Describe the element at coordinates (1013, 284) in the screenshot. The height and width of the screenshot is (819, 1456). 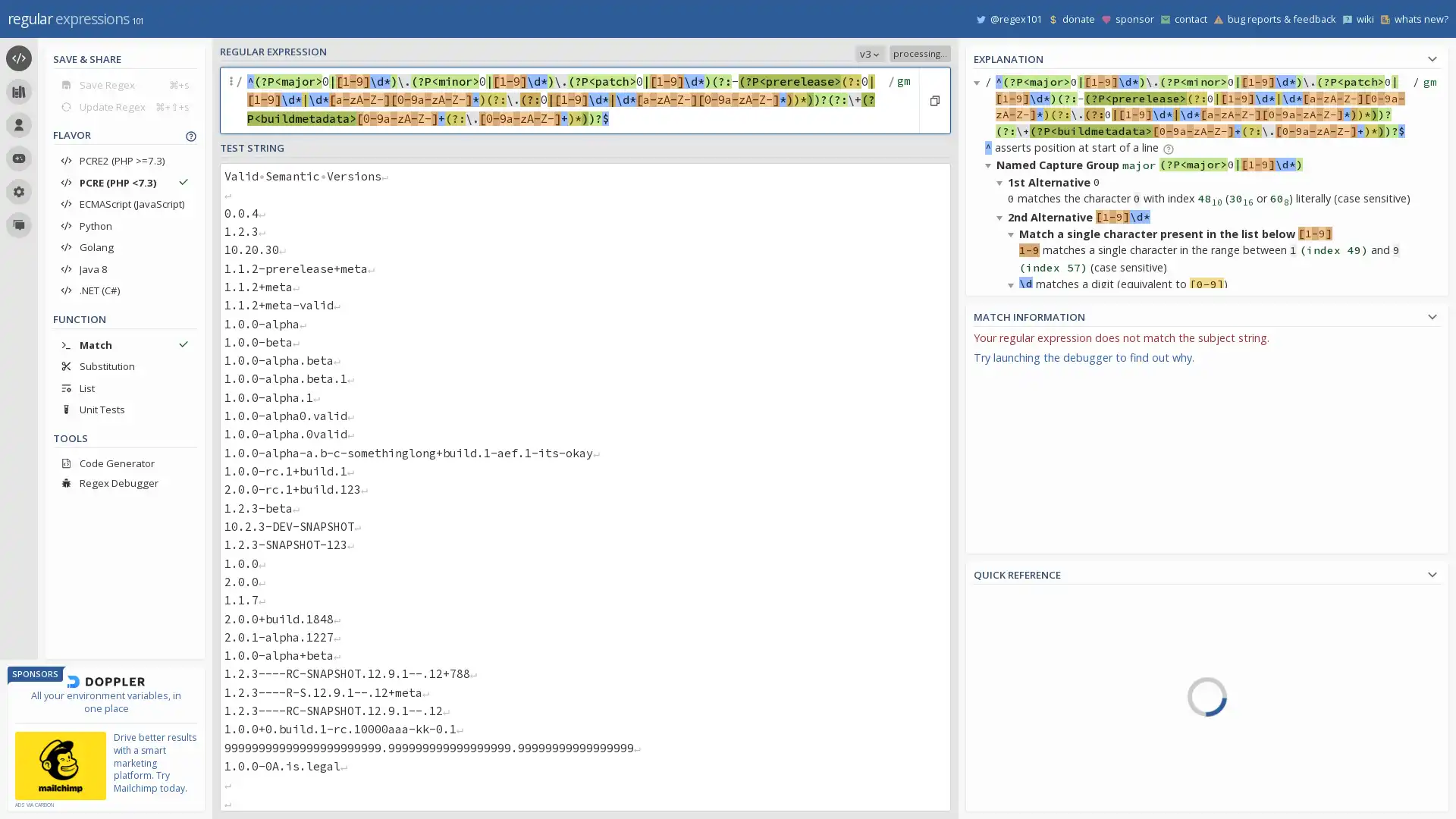
I see `Collapse Subtree` at that location.